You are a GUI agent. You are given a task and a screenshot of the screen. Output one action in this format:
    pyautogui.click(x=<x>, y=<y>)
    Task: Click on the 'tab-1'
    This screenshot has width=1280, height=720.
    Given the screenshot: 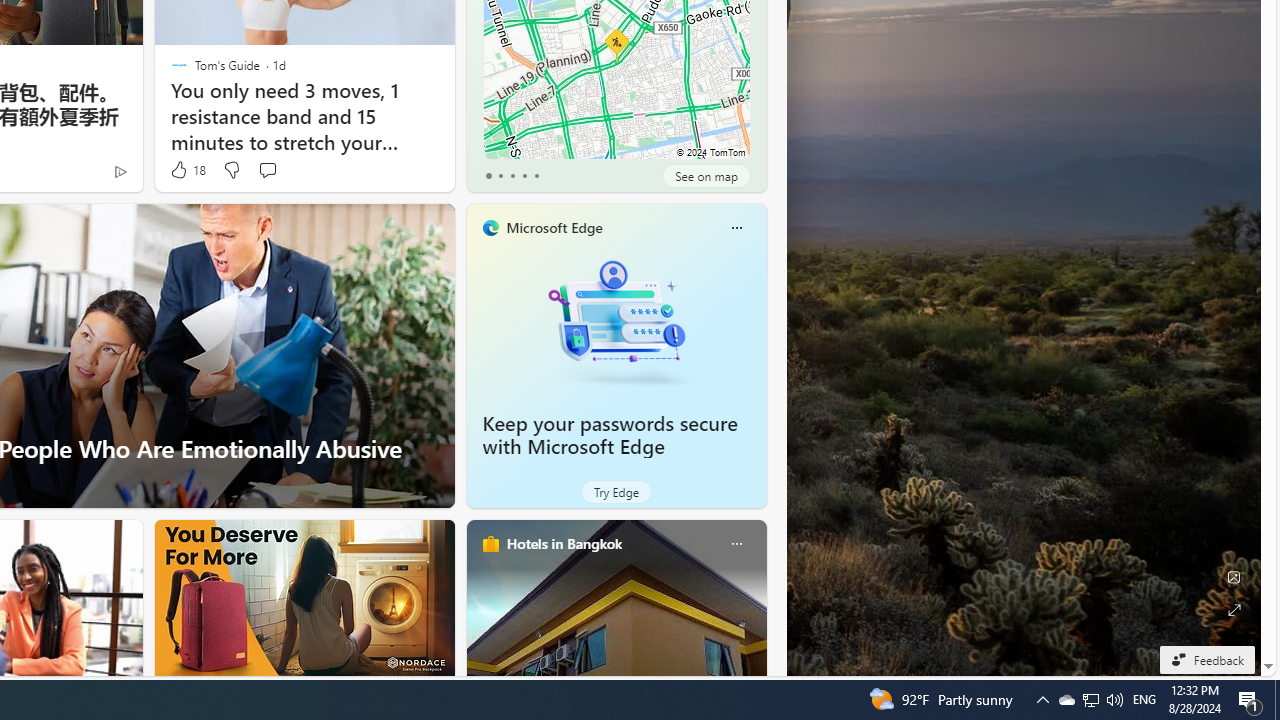 What is the action you would take?
    pyautogui.click(x=500, y=175)
    